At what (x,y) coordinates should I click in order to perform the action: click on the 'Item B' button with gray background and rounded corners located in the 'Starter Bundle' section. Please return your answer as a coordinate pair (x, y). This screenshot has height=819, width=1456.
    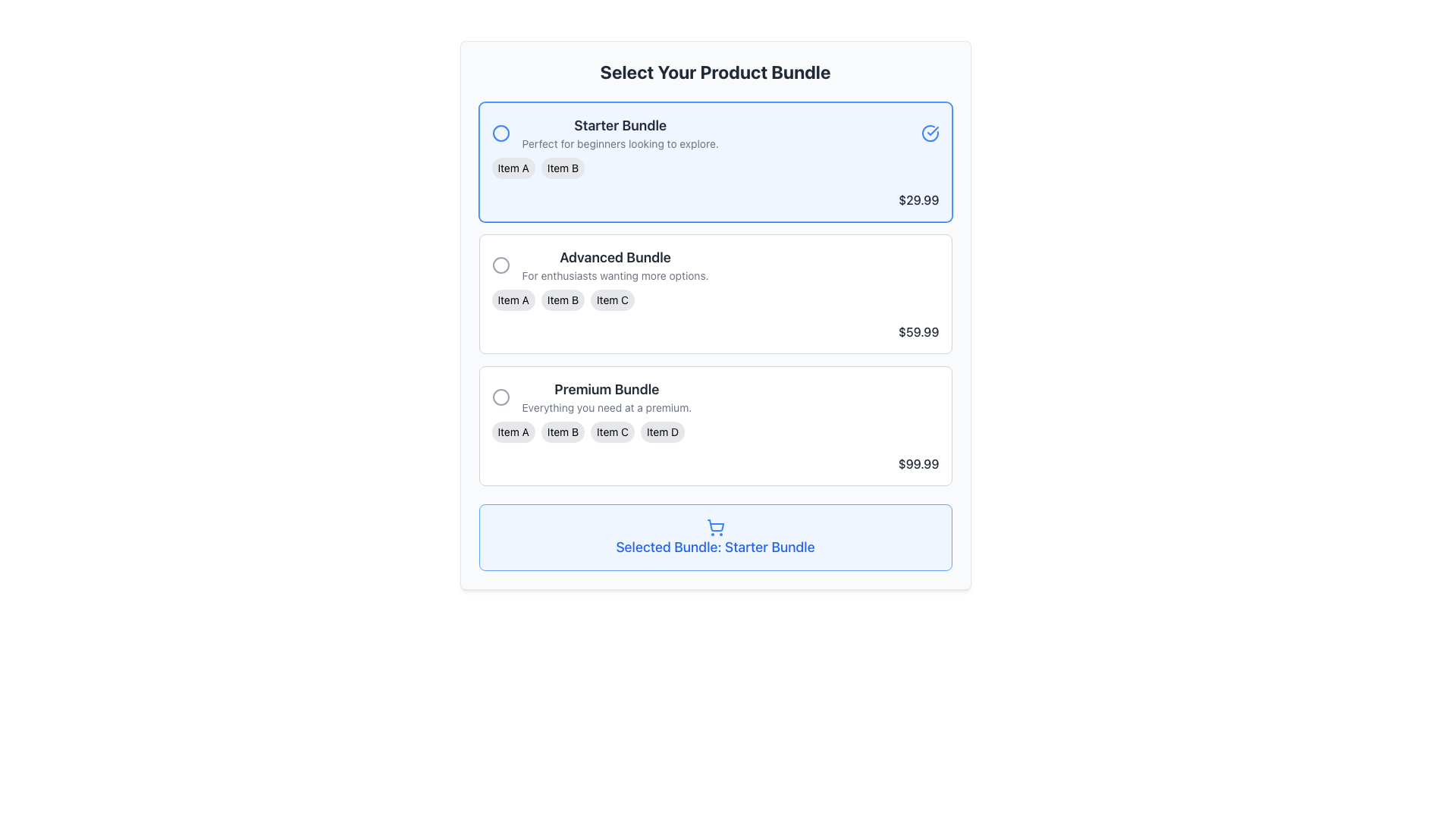
    Looking at the image, I should click on (562, 168).